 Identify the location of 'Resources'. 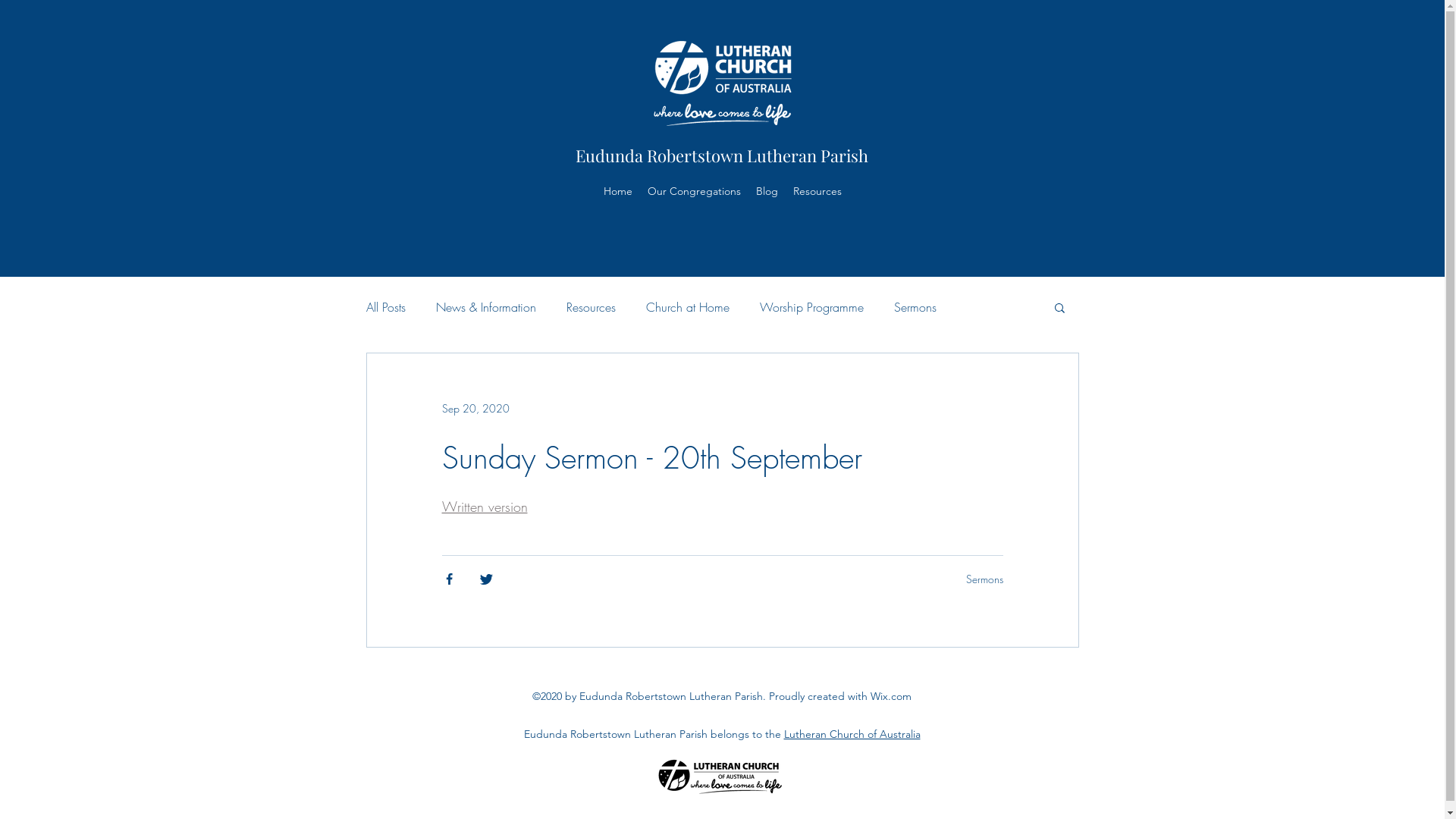
(589, 307).